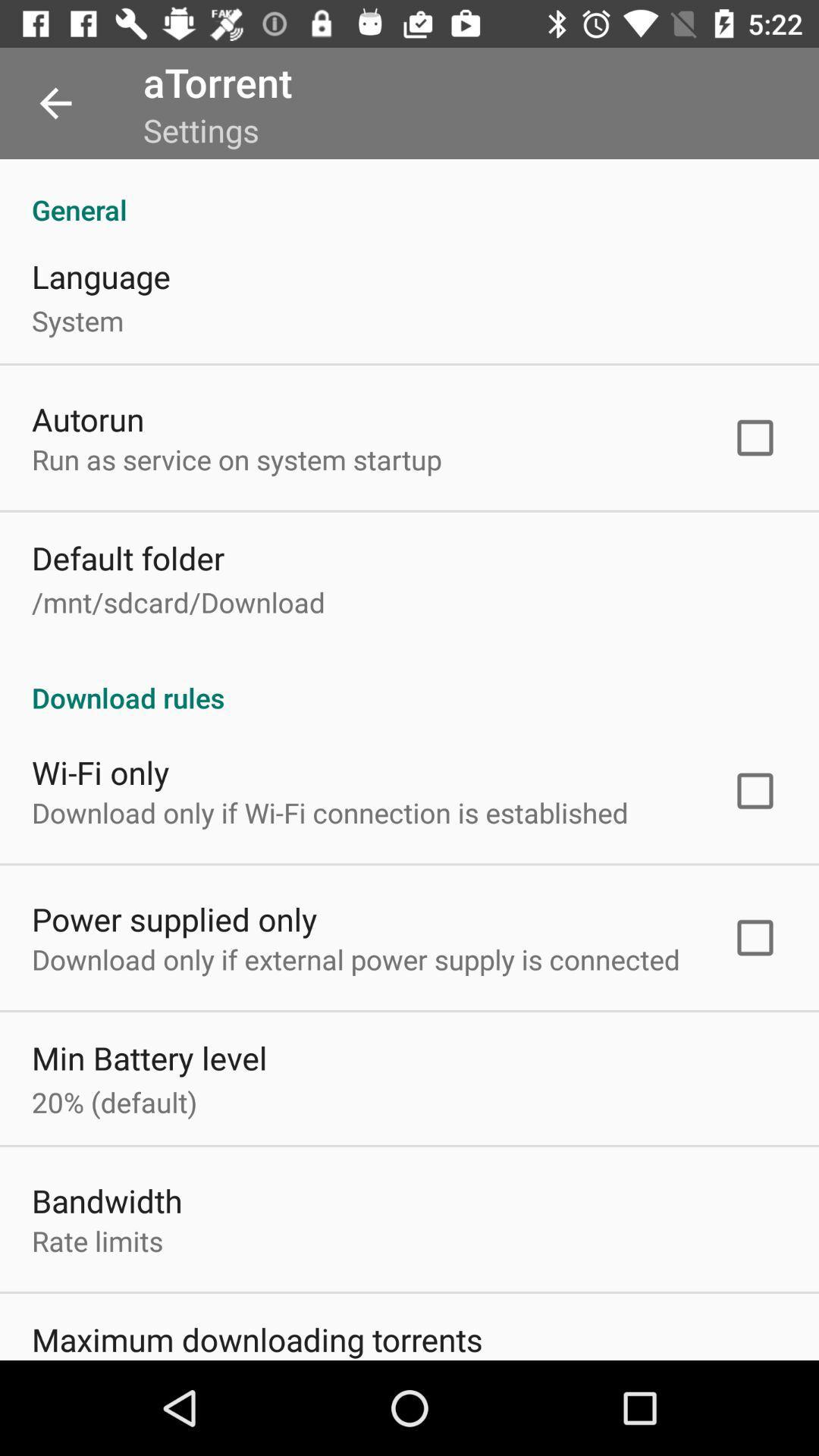 The image size is (819, 1456). Describe the element at coordinates (409, 193) in the screenshot. I see `the general` at that location.